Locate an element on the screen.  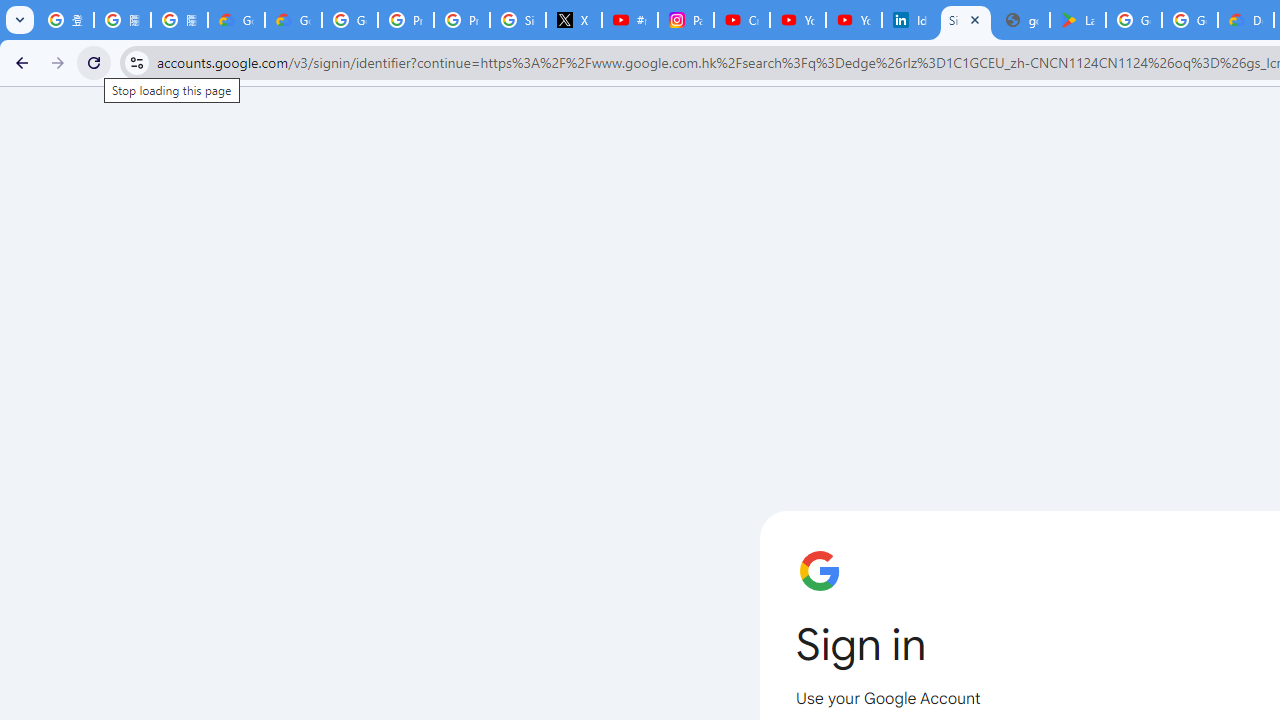
'Last Shelter: Survival - Apps on Google Play' is located at coordinates (1076, 20).